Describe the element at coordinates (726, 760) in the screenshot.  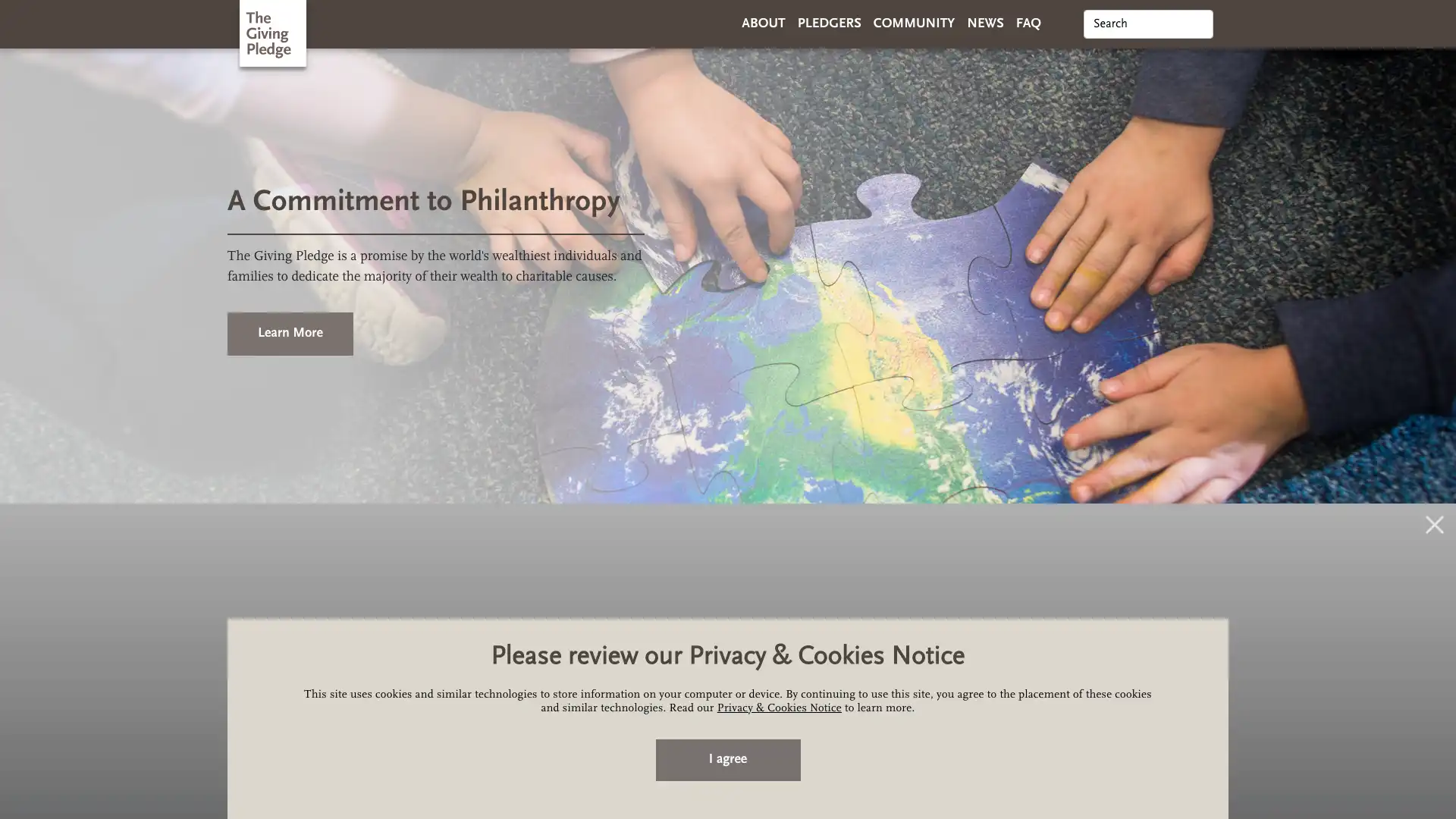
I see `I agree` at that location.